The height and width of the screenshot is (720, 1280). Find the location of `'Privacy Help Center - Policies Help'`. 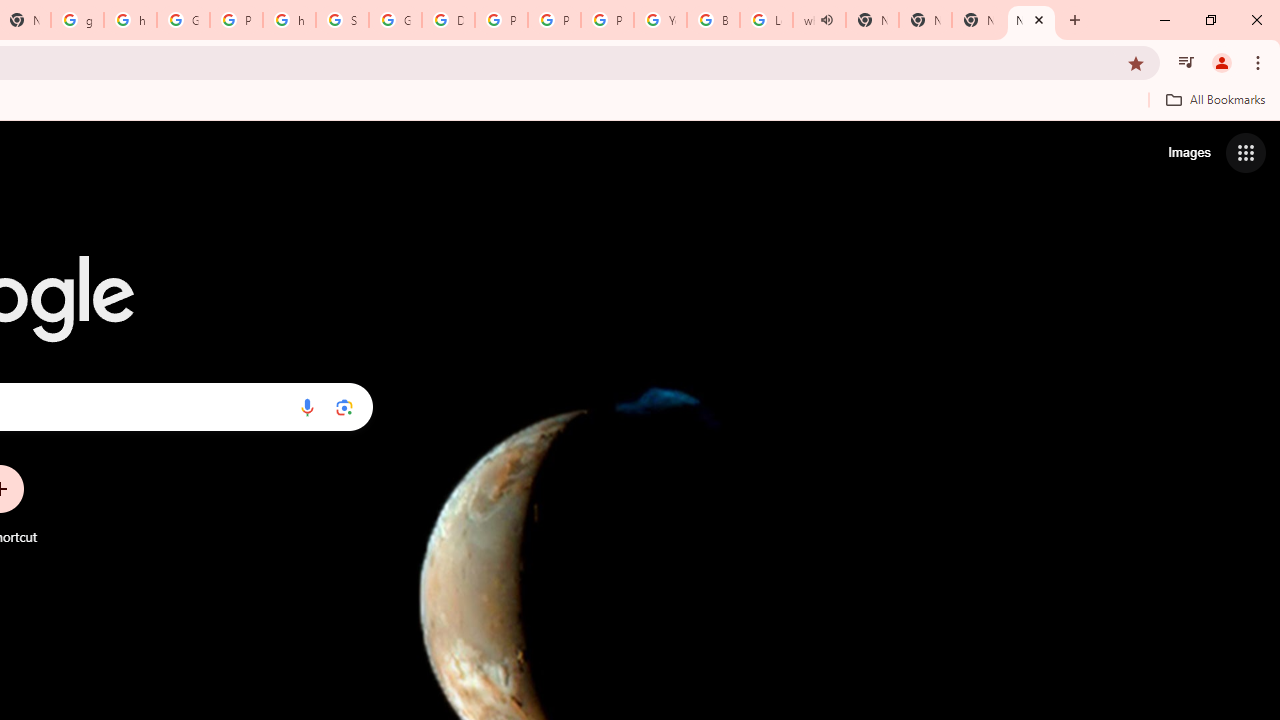

'Privacy Help Center - Policies Help' is located at coordinates (501, 20).